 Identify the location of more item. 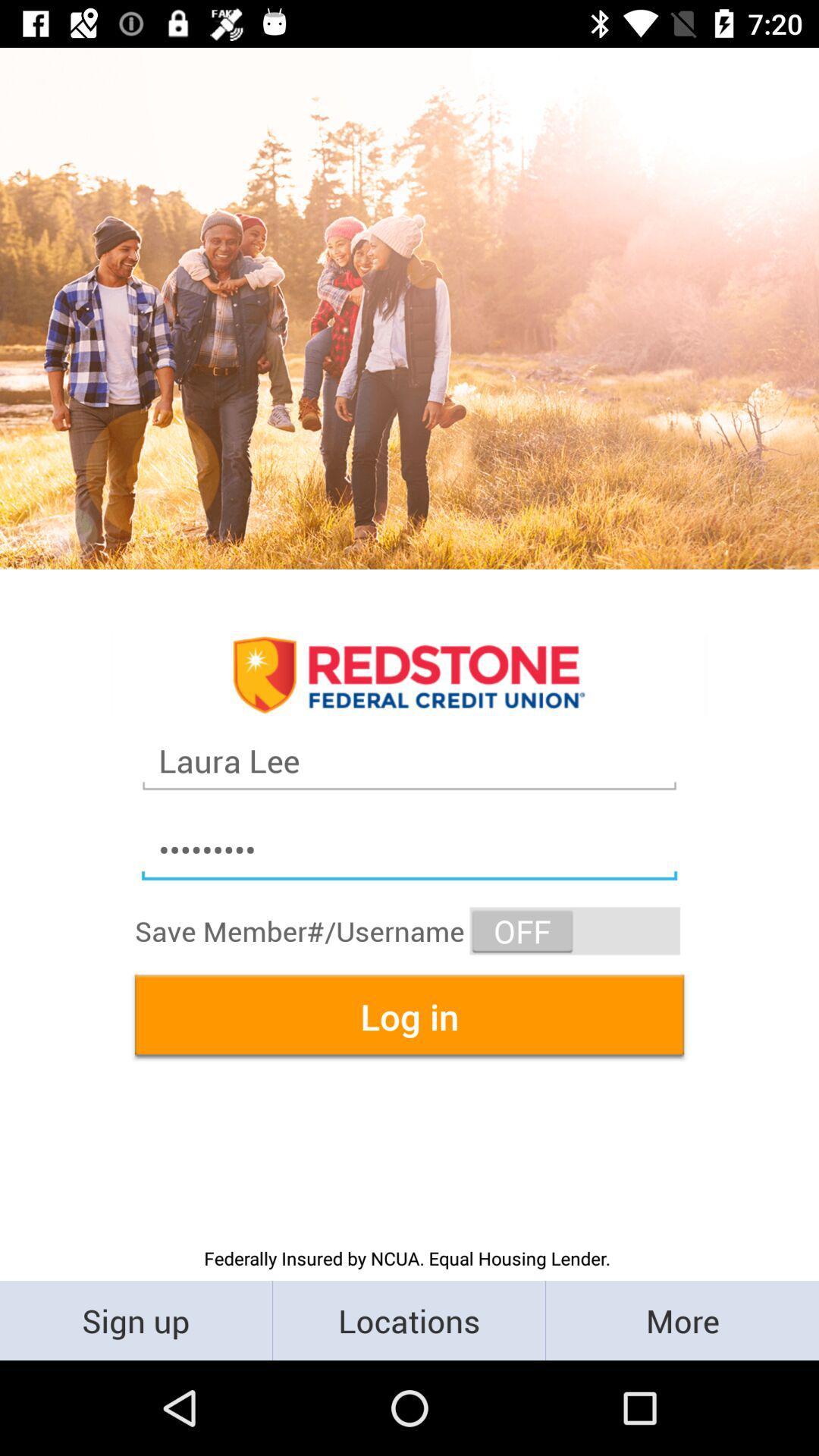
(681, 1319).